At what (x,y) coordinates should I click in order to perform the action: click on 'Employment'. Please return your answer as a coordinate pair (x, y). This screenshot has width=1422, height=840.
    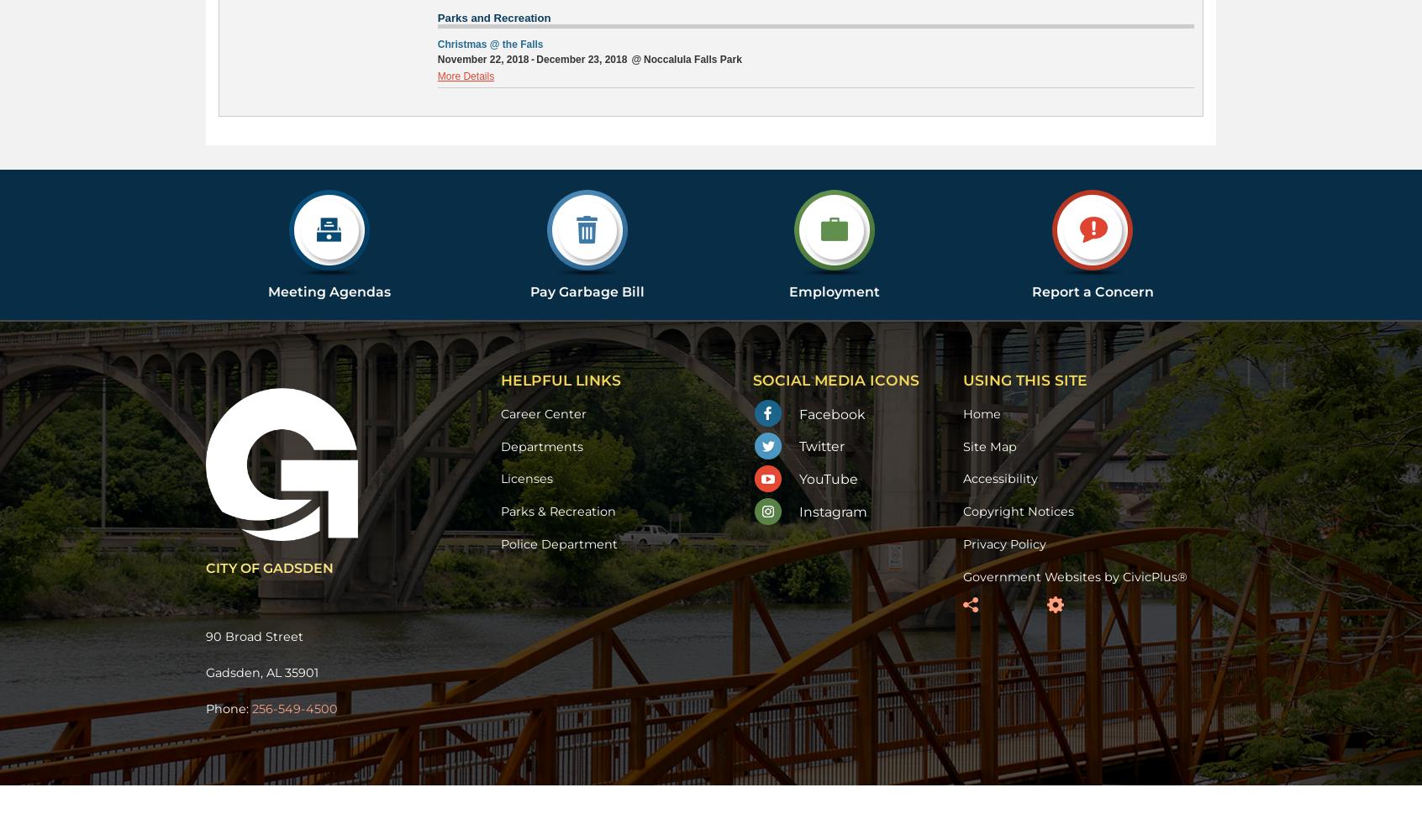
    Looking at the image, I should click on (788, 290).